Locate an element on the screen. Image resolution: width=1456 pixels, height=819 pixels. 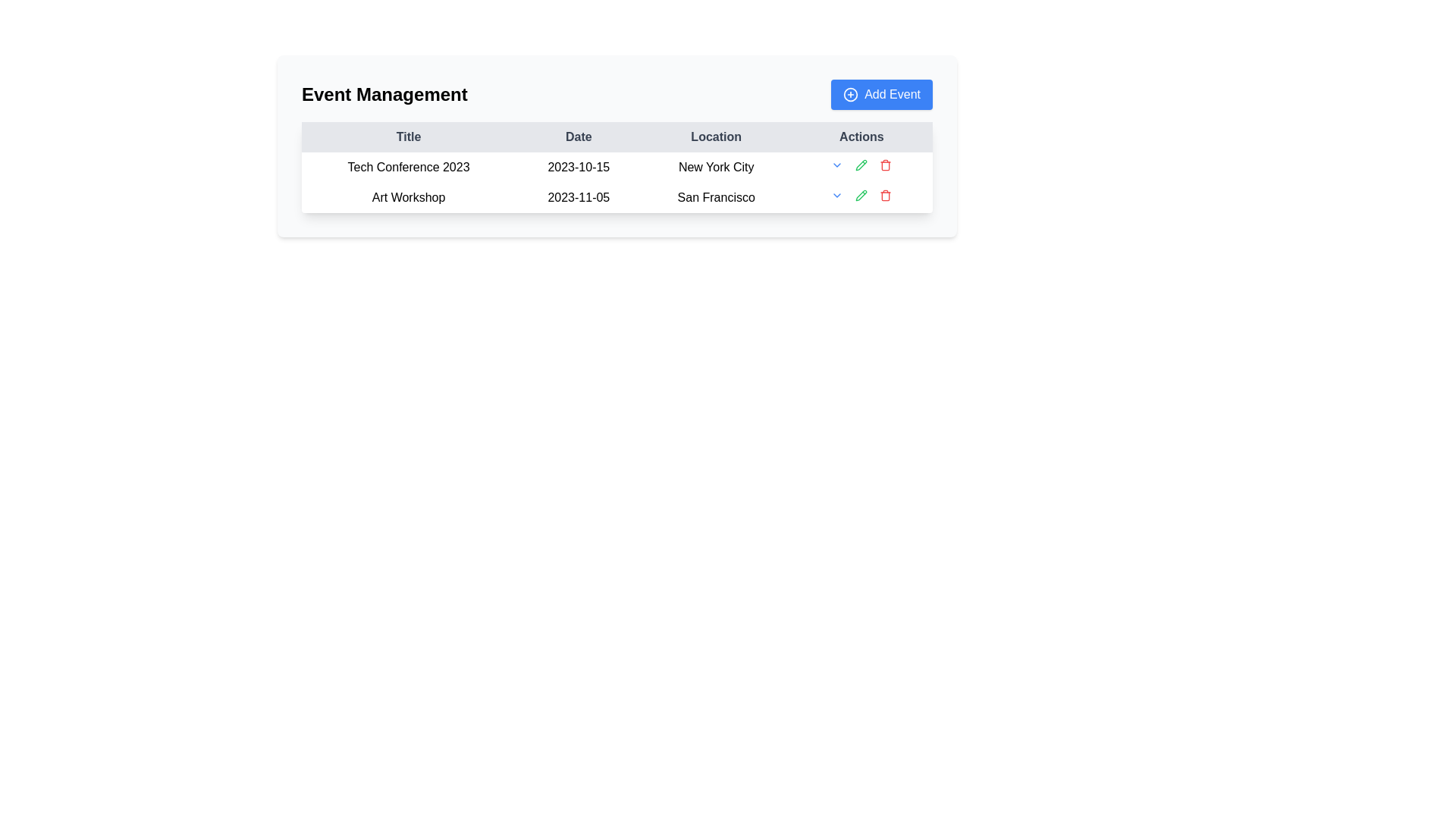
displayed text of the Static text label showing 'Title', which is part of the table header aligned to the left of the 'Date' column is located at coordinates (409, 137).